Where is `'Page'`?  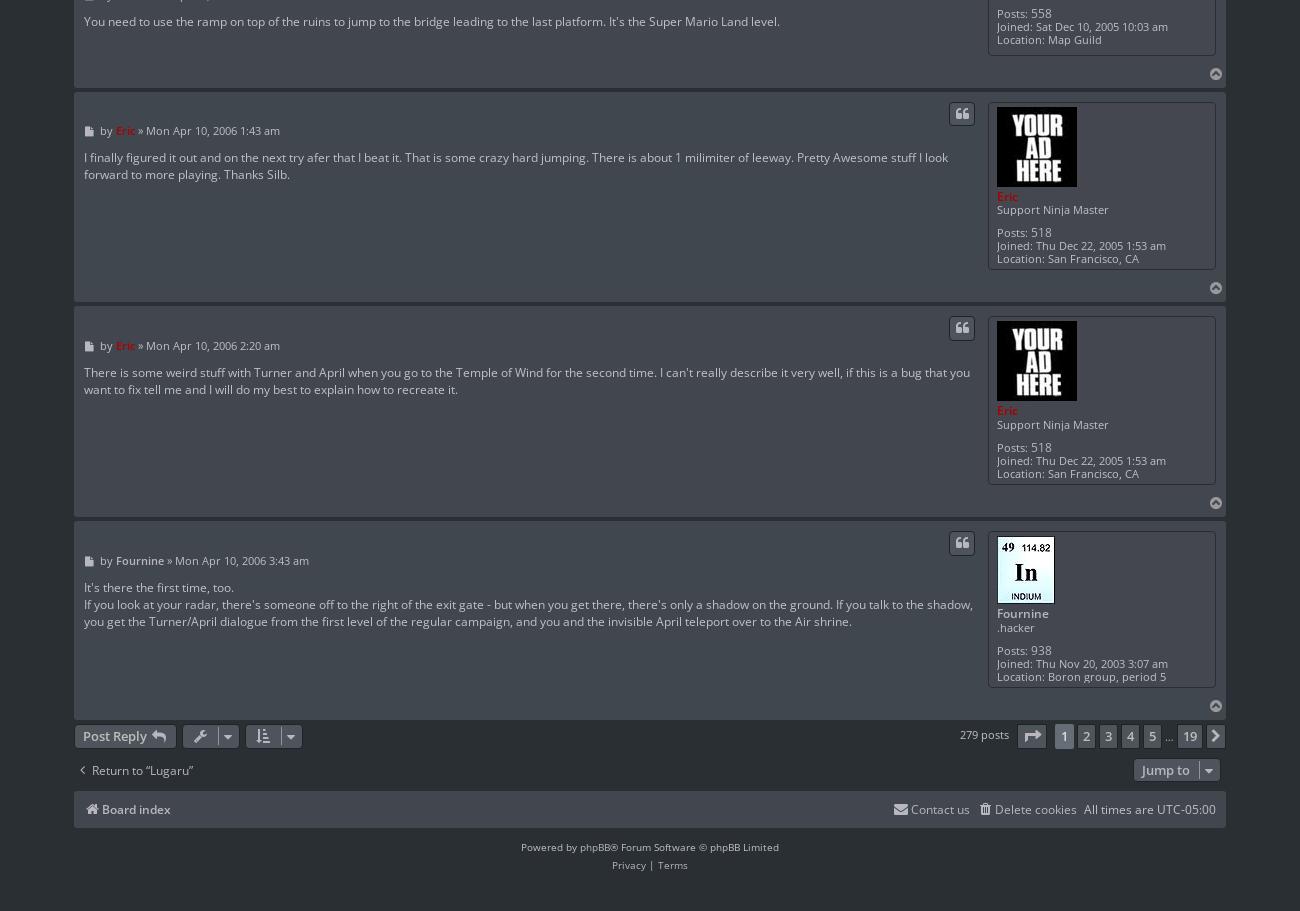
'Page' is located at coordinates (1041, 734).